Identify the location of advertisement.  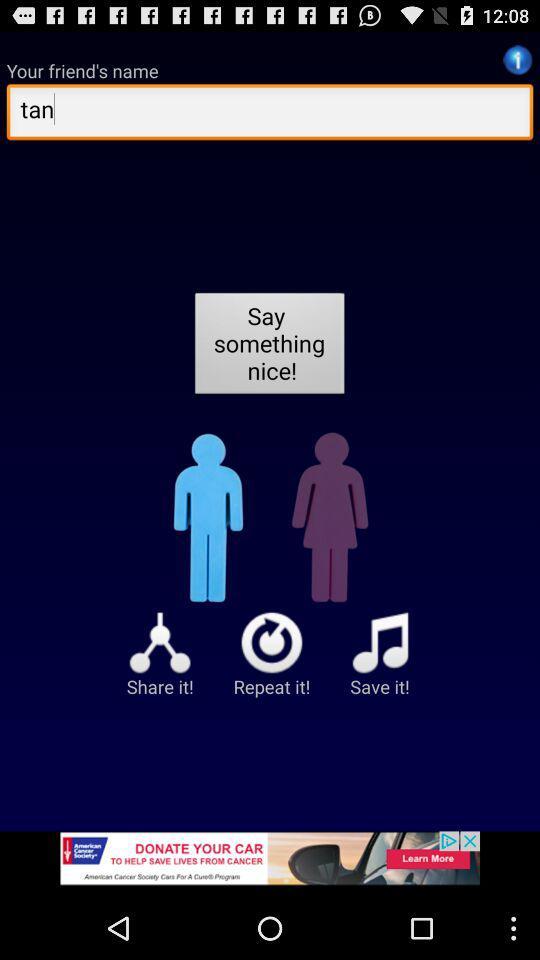
(270, 863).